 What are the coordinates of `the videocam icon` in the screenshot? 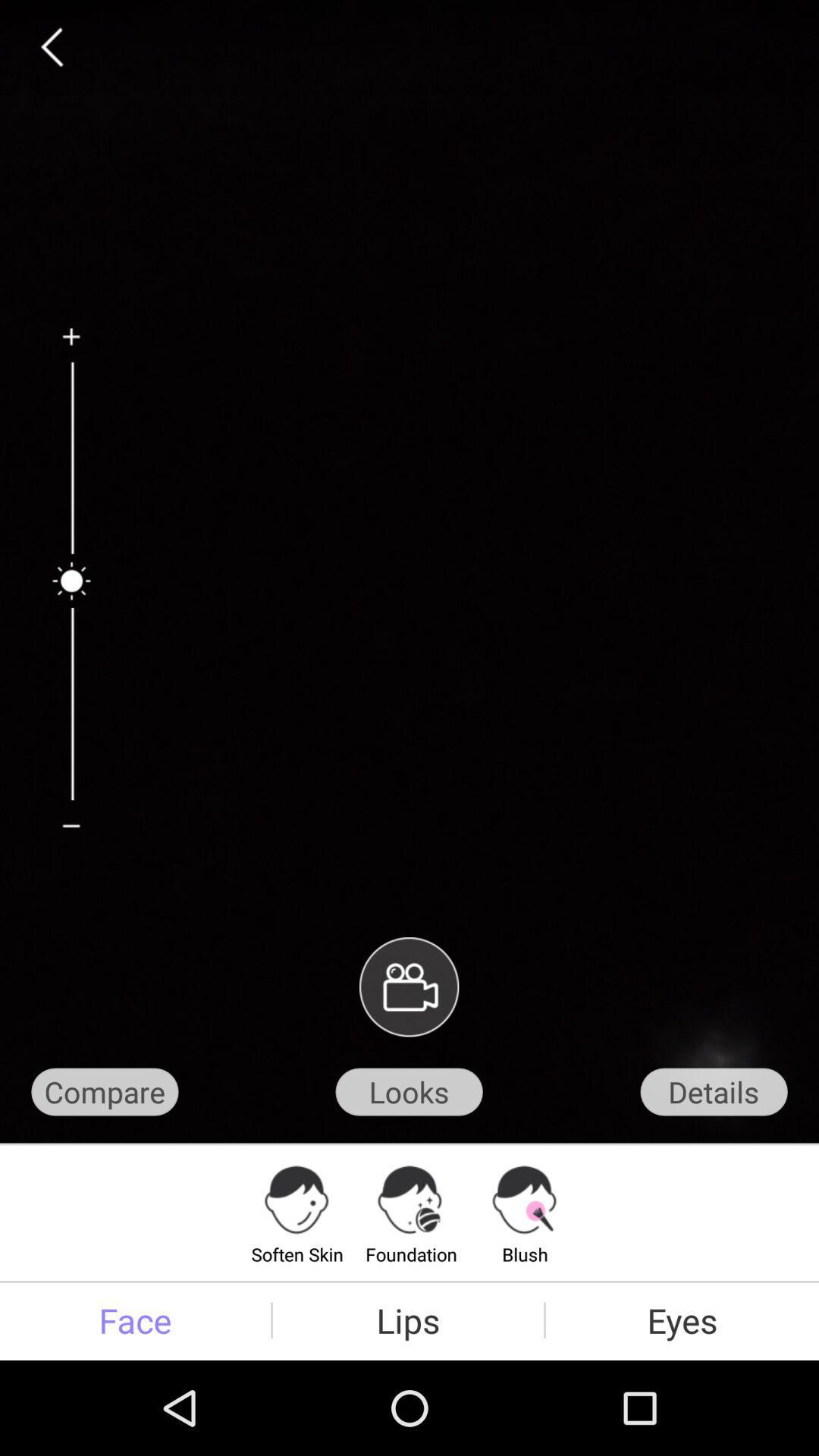 It's located at (408, 1055).